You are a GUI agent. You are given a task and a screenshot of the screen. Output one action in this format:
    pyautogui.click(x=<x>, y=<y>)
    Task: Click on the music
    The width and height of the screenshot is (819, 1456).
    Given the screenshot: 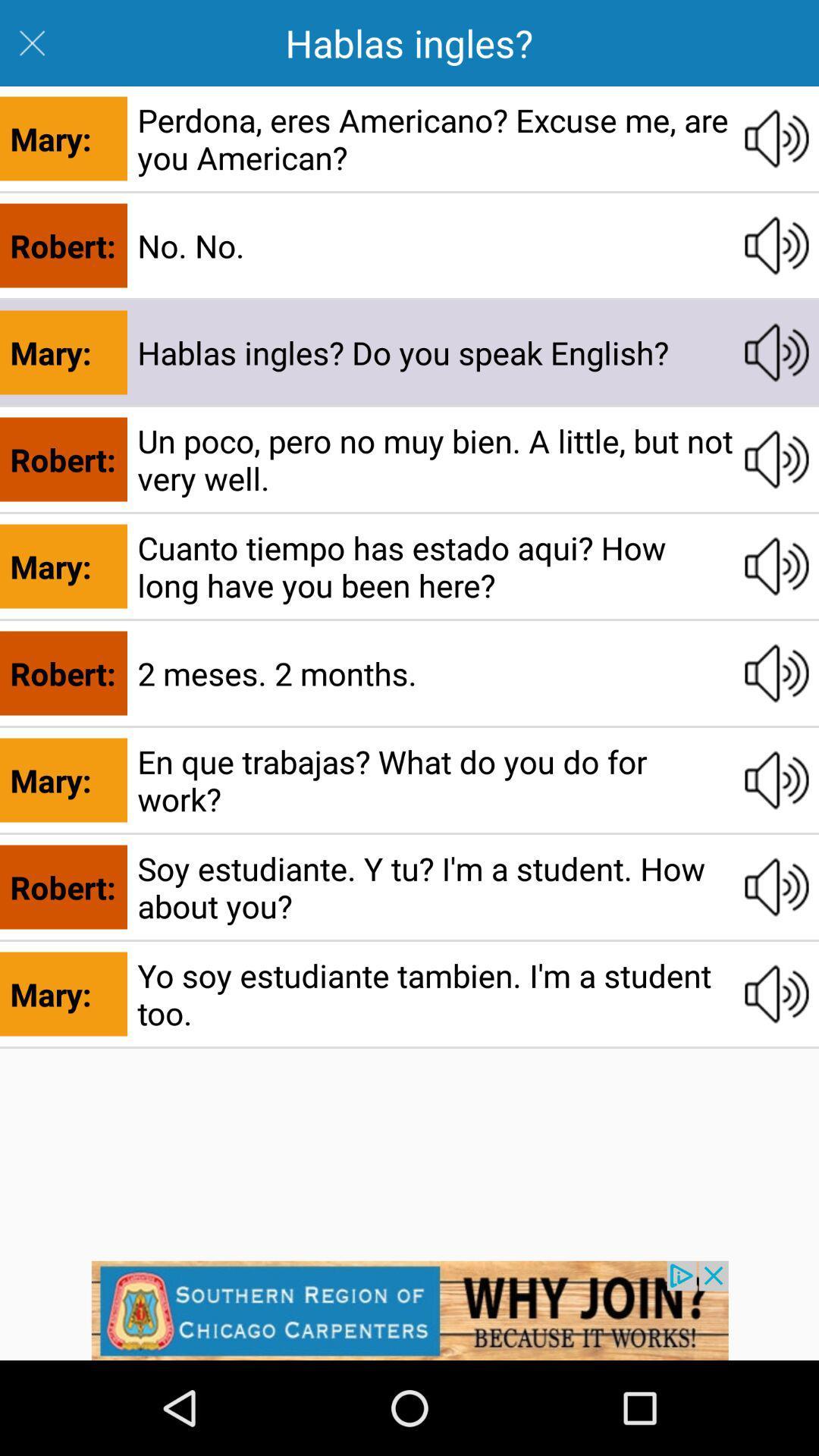 What is the action you would take?
    pyautogui.click(x=777, y=993)
    